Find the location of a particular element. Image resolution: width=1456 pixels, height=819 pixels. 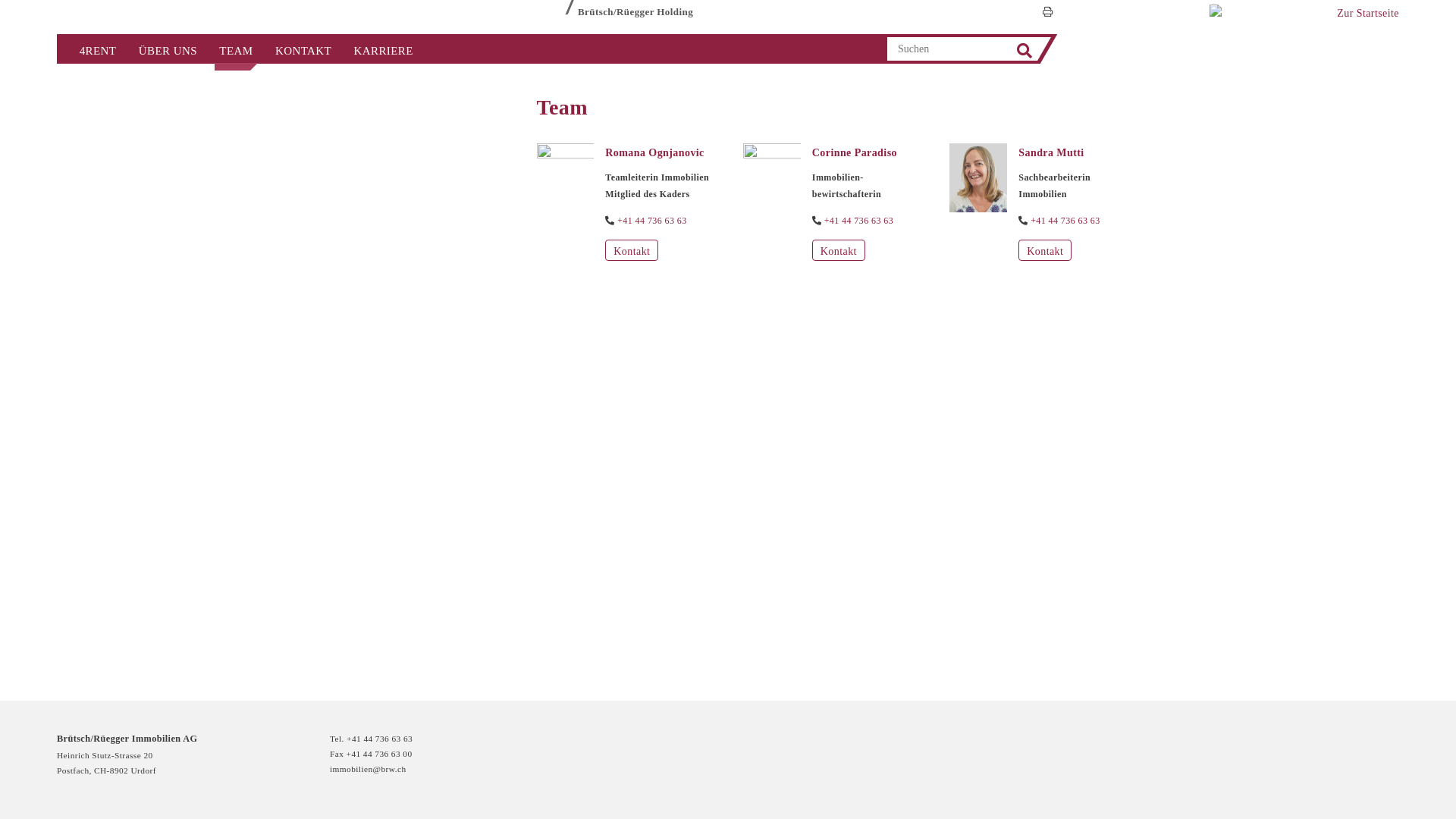

'immobilien@brw.ch' is located at coordinates (329, 769).